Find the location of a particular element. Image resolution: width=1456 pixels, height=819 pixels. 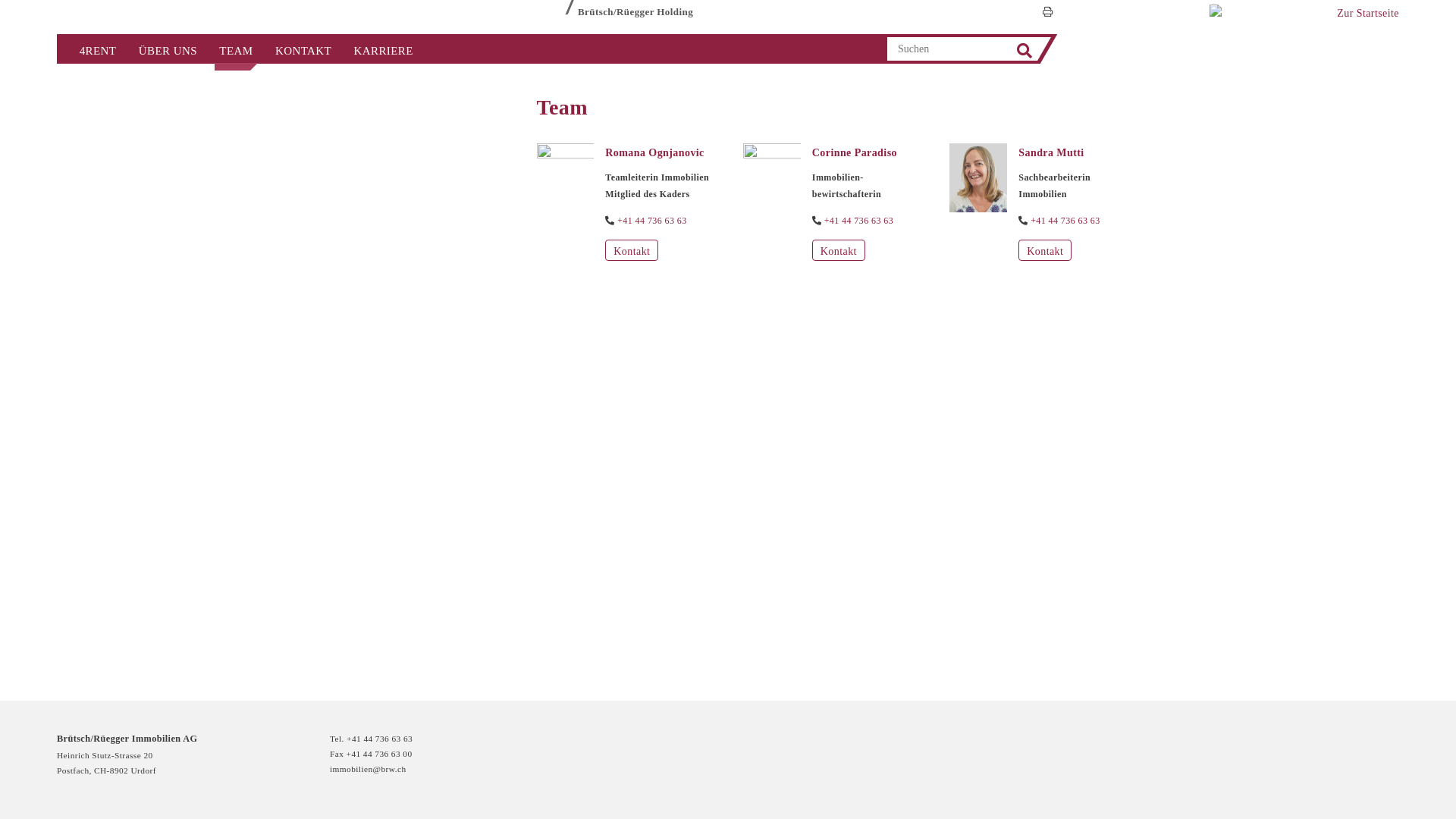

'immobilien@brw.ch' is located at coordinates (329, 769).